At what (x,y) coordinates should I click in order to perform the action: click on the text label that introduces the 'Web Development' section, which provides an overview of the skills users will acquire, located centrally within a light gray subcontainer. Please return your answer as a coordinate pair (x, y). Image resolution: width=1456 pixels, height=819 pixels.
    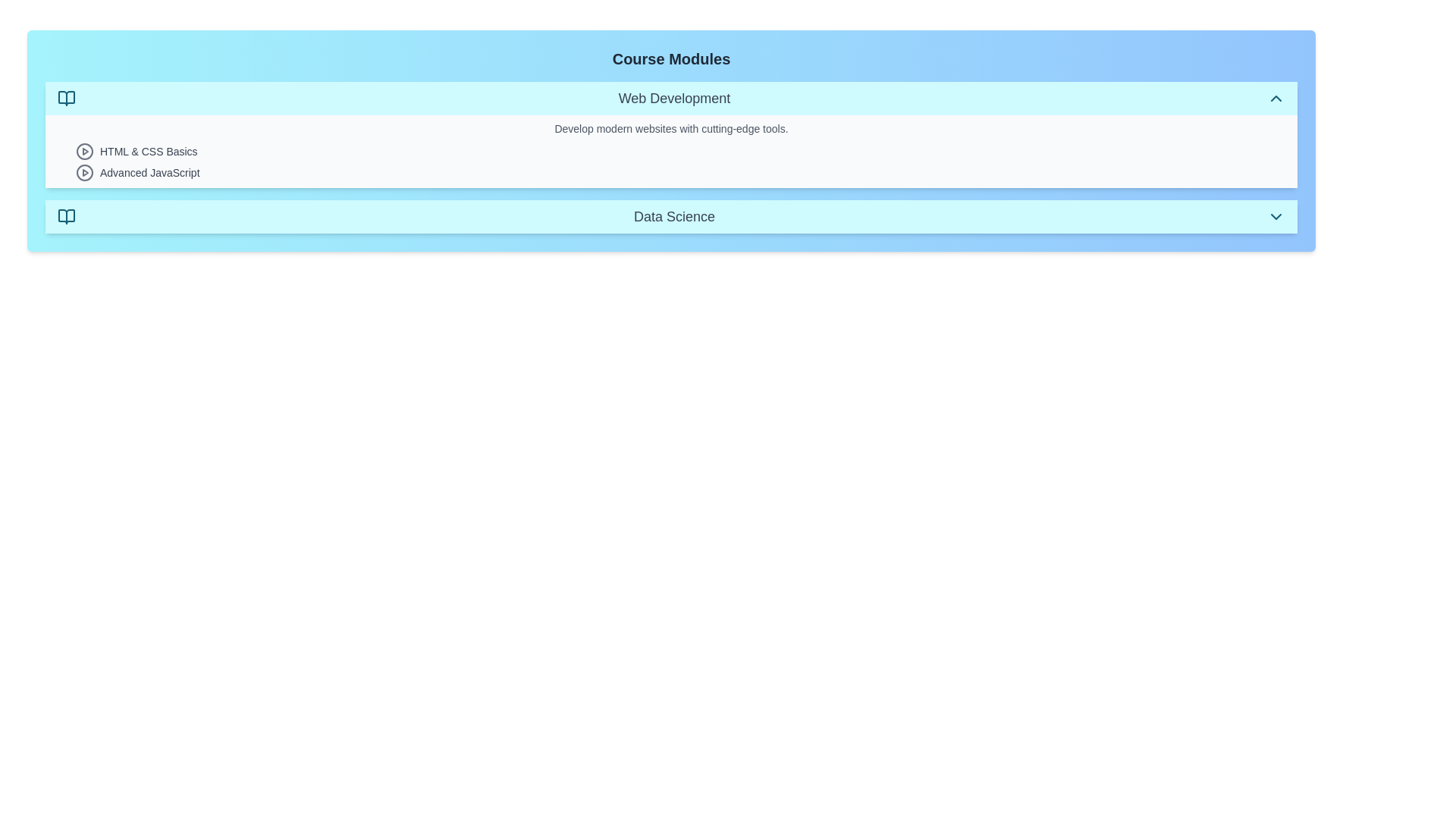
    Looking at the image, I should click on (670, 127).